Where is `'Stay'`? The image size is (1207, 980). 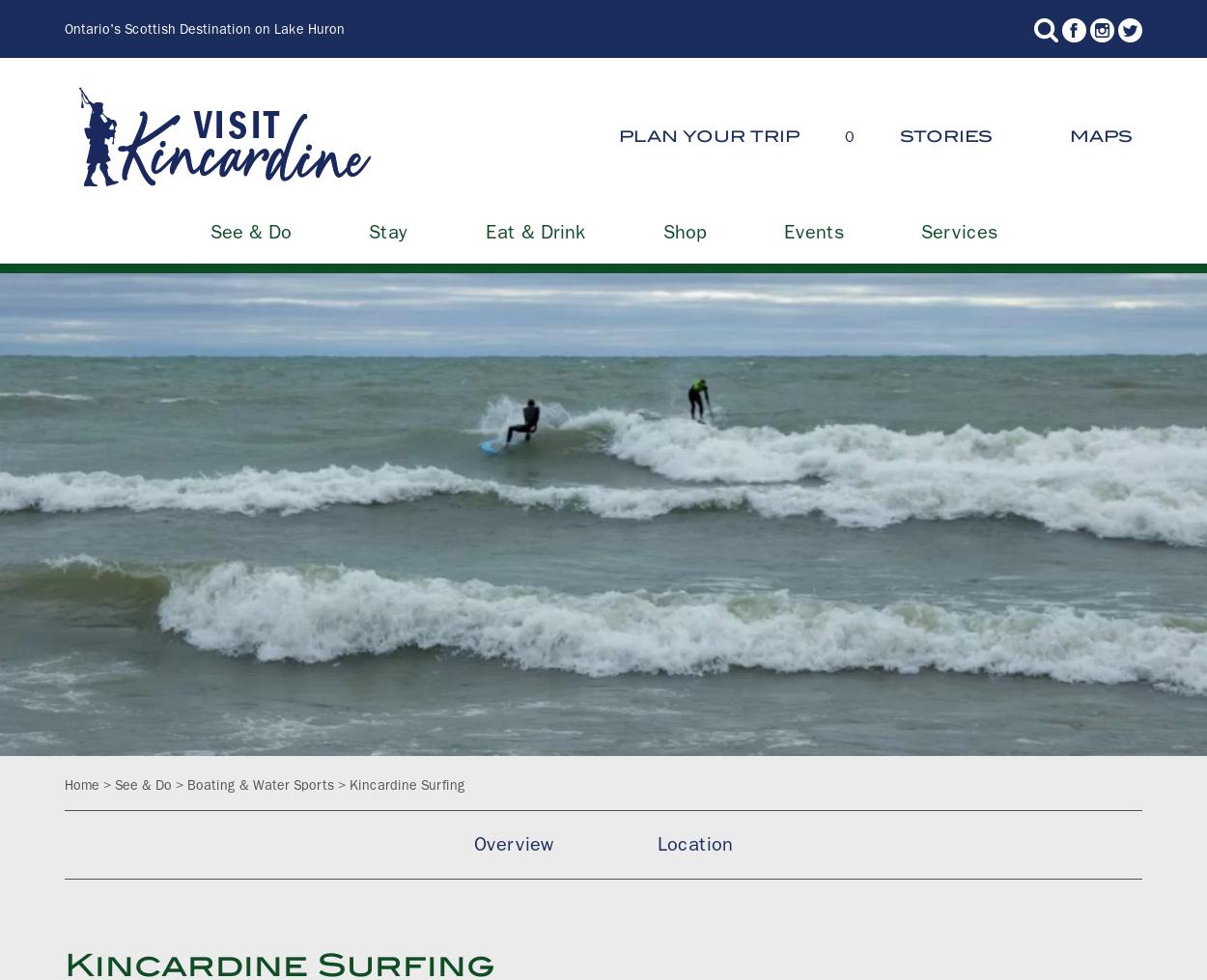
'Stay' is located at coordinates (140, 327).